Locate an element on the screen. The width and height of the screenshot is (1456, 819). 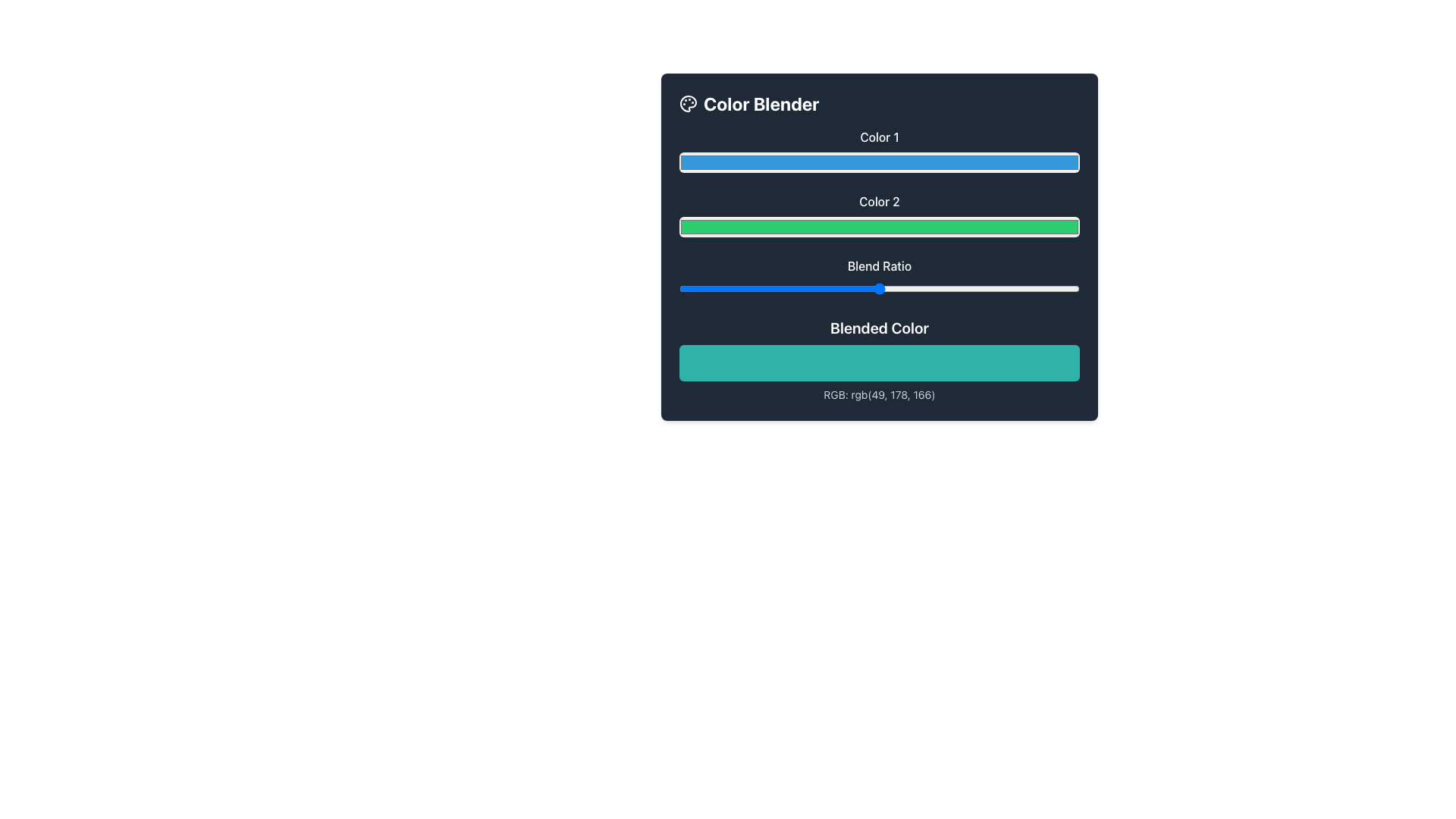
the Blend Ratio slider is located at coordinates (755, 289).